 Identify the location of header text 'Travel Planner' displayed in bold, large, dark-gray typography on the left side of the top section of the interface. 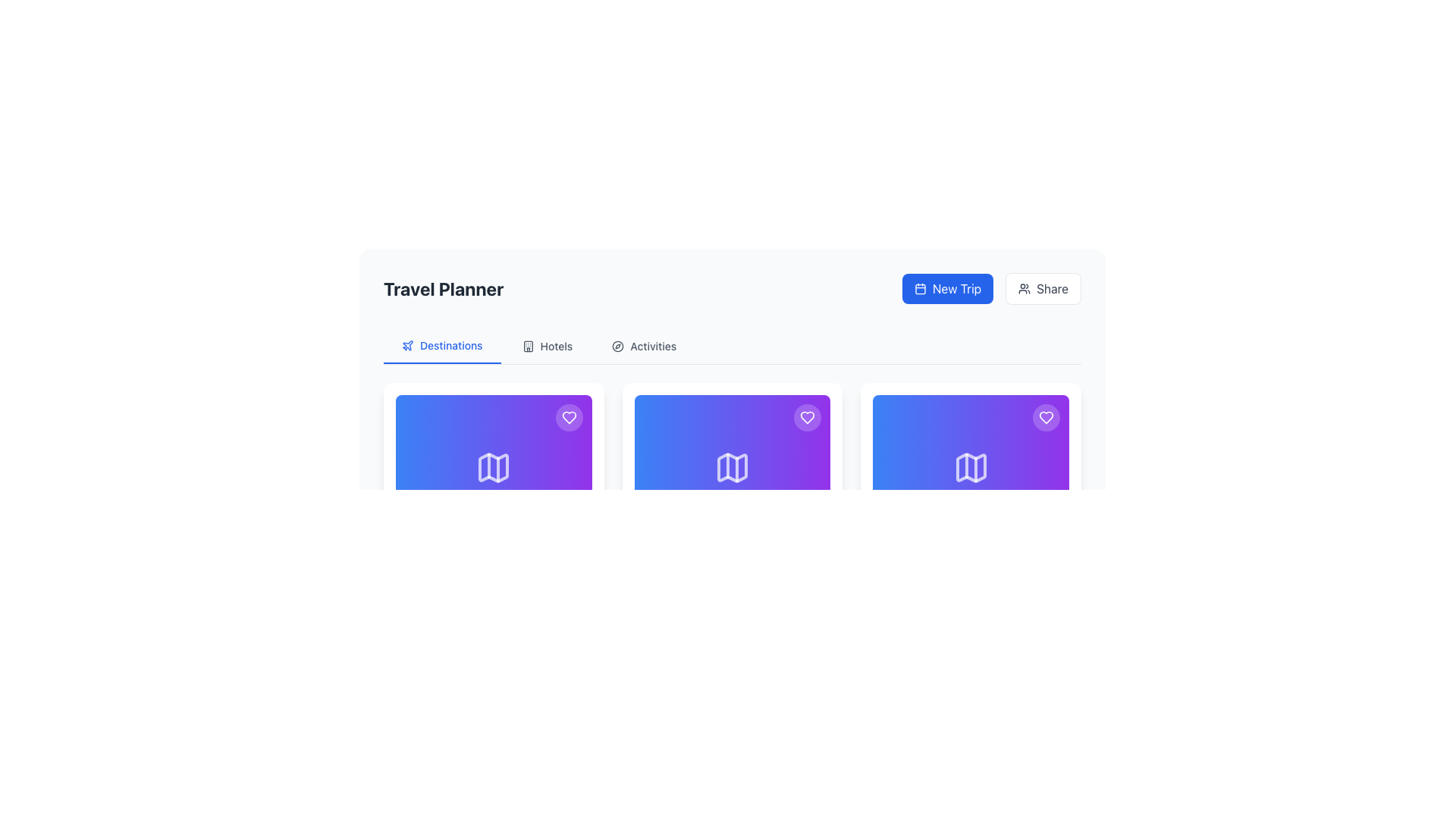
(443, 289).